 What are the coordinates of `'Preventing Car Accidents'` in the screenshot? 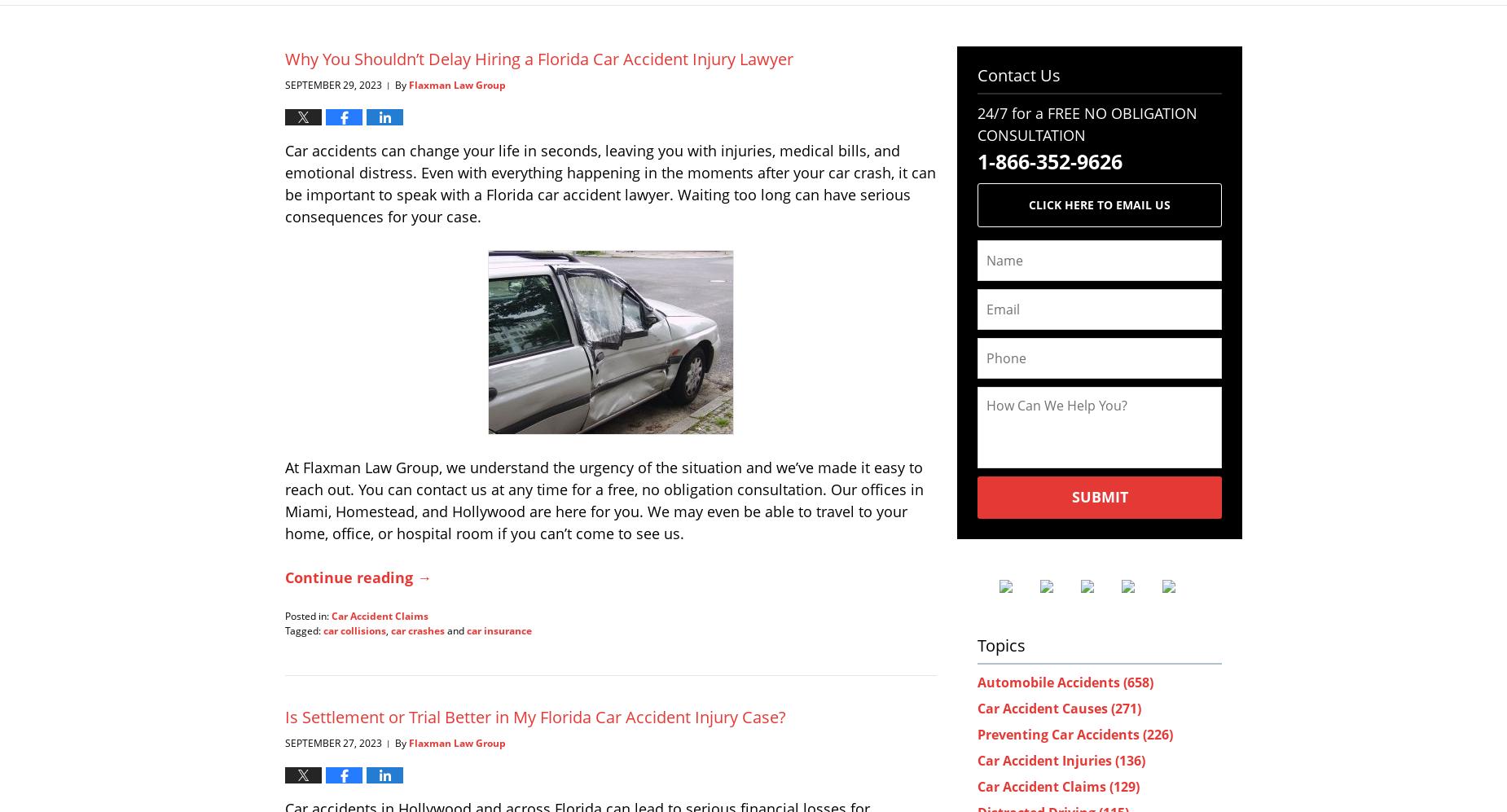 It's located at (1059, 732).